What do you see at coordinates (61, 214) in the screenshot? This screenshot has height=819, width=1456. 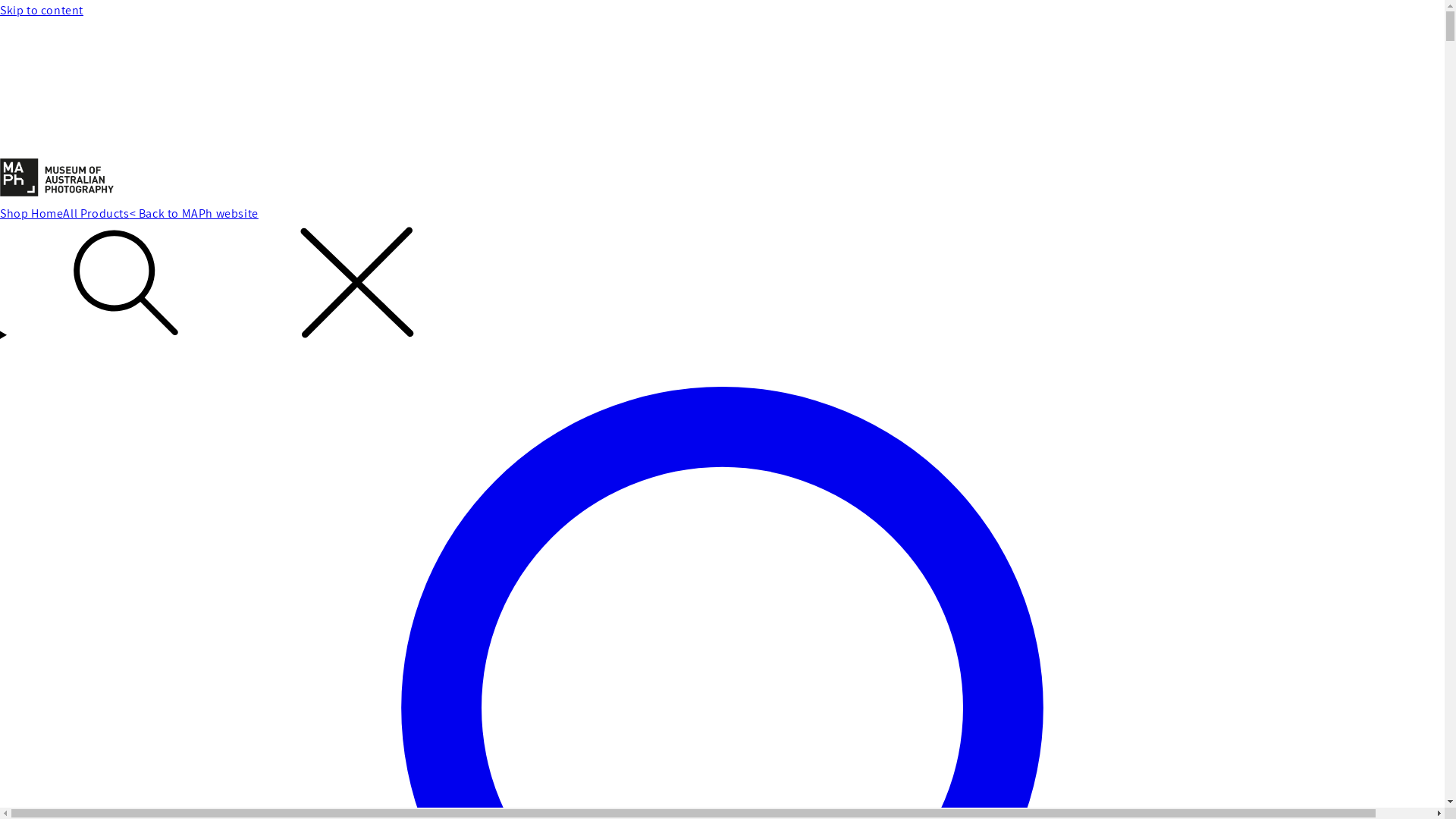 I see `'All Products'` at bounding box center [61, 214].